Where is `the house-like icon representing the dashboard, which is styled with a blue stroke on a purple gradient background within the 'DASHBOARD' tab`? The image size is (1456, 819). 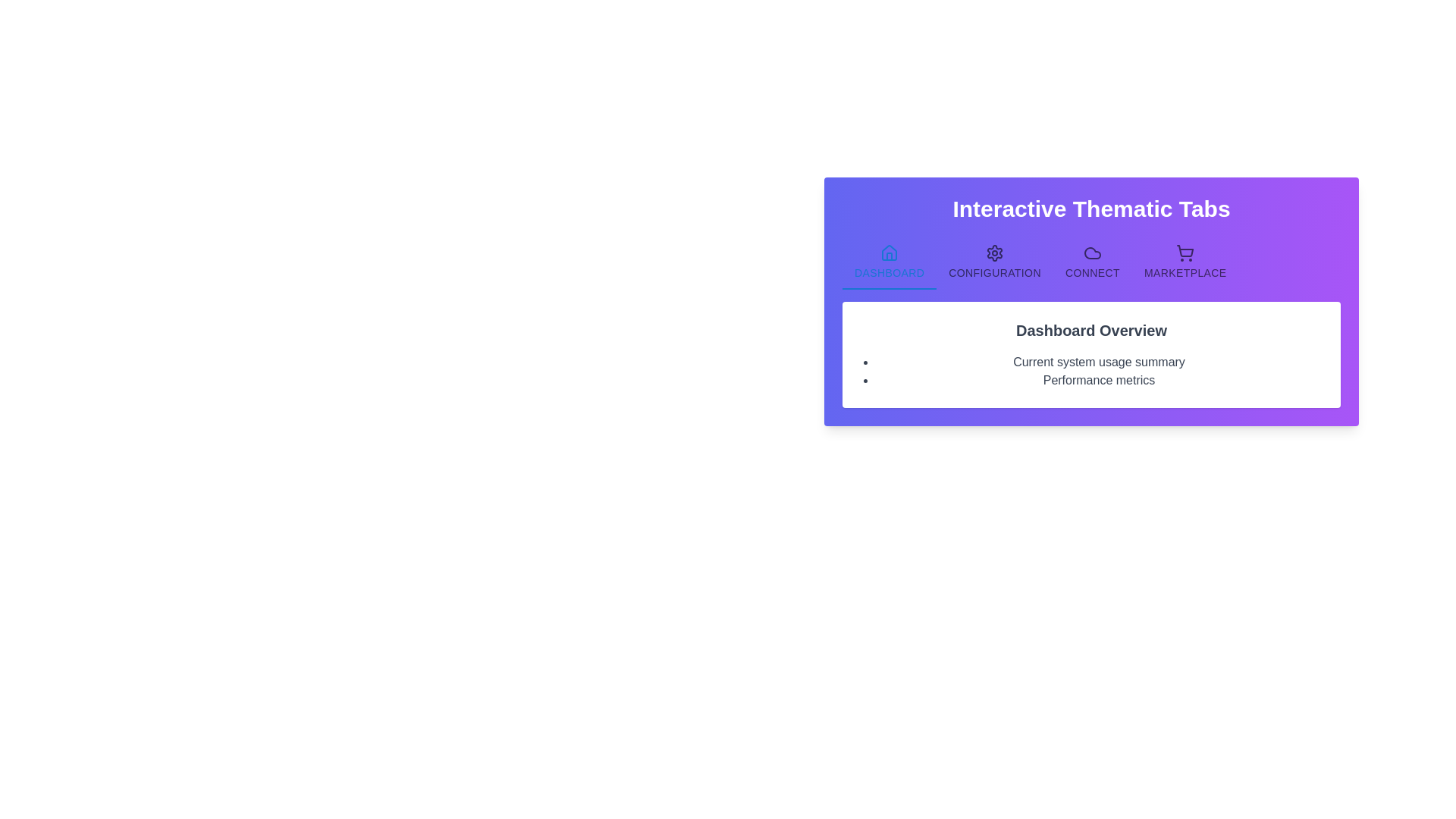 the house-like icon representing the dashboard, which is styled with a blue stroke on a purple gradient background within the 'DASHBOARD' tab is located at coordinates (890, 252).